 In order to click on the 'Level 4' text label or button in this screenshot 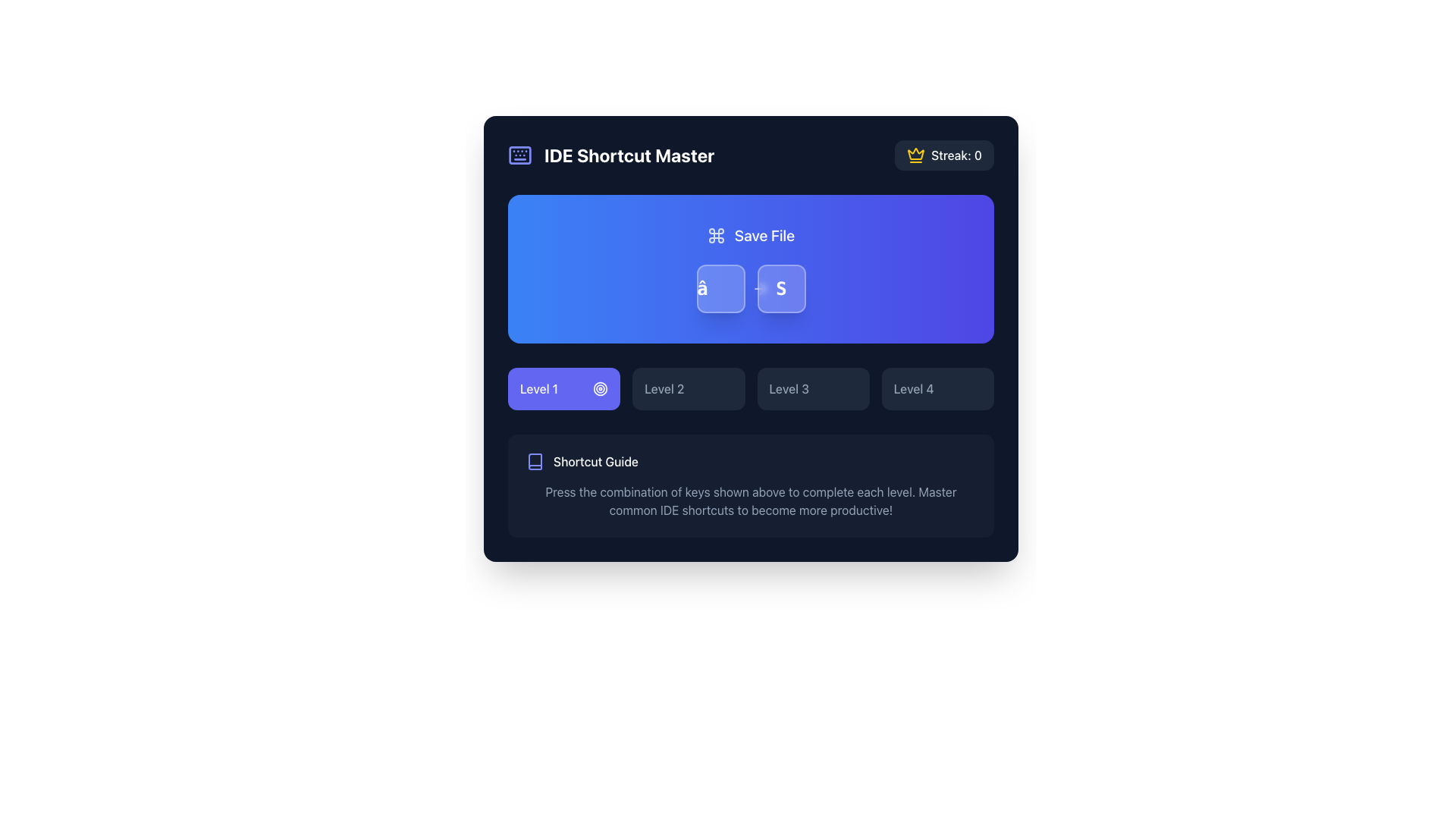, I will do `click(913, 388)`.